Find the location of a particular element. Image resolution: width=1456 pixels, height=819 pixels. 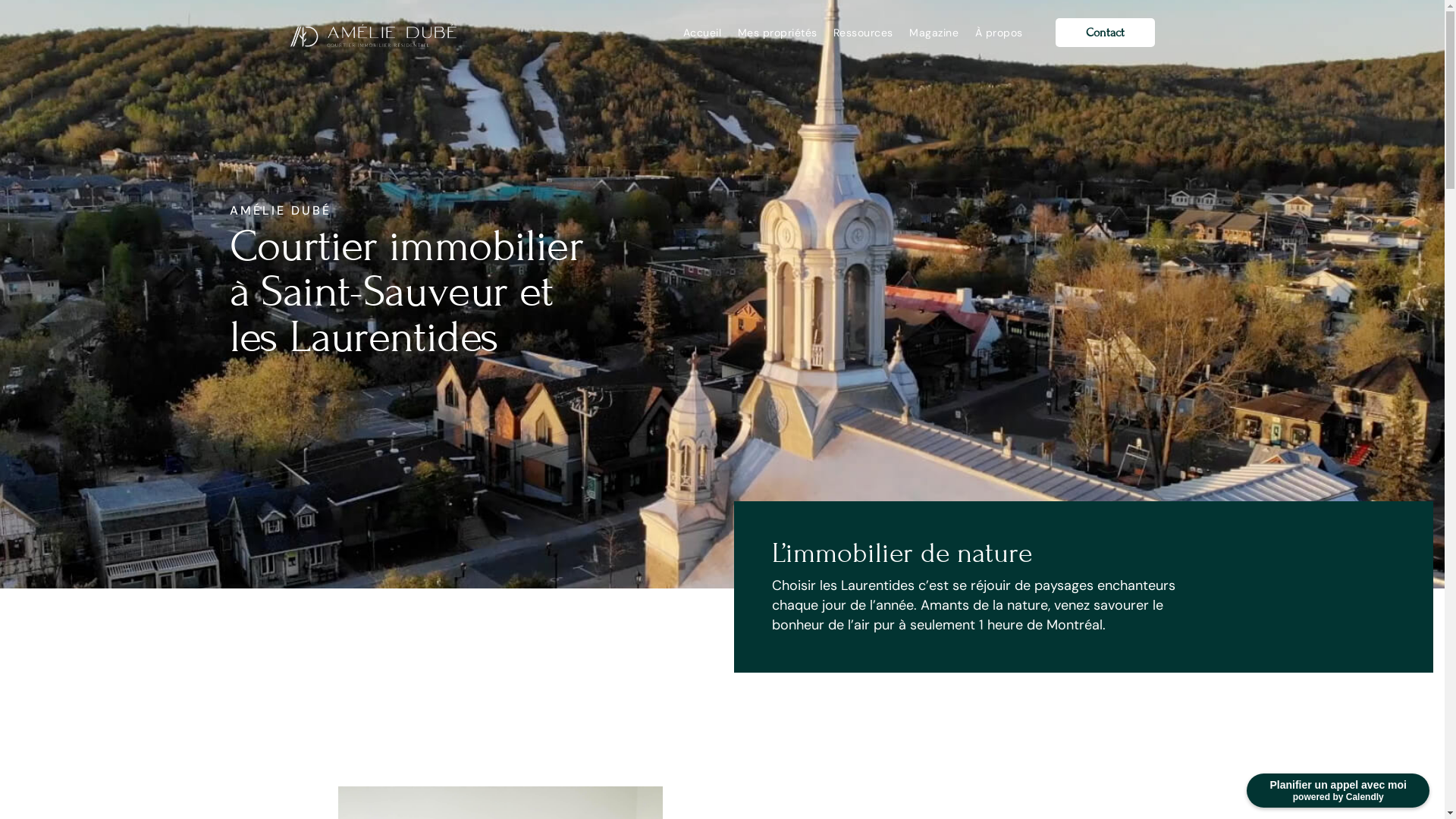

'Ressources' is located at coordinates (833, 32).